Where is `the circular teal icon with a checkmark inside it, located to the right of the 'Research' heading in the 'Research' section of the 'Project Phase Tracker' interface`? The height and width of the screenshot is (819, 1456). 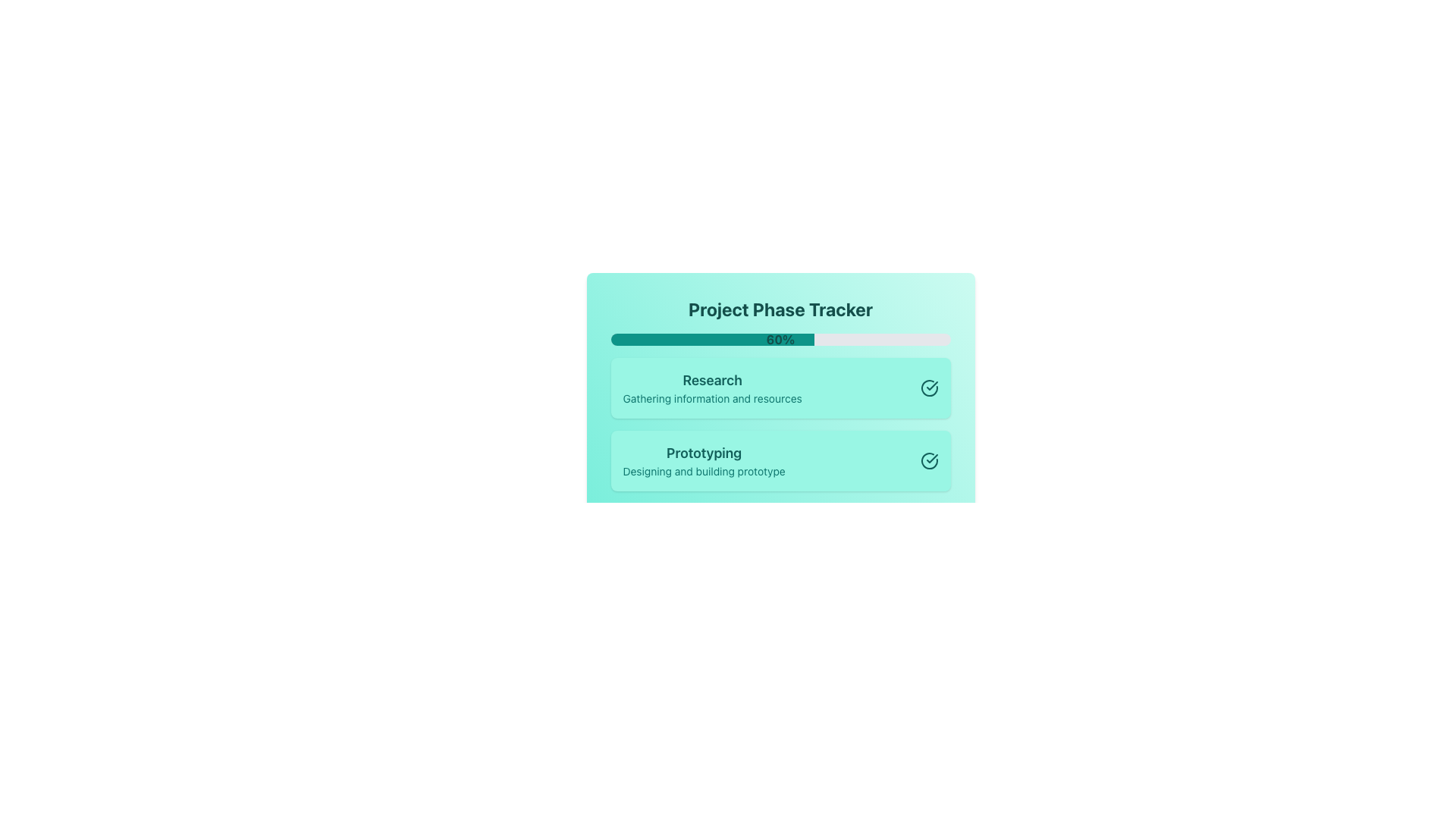
the circular teal icon with a checkmark inside it, located to the right of the 'Research' heading in the 'Research' section of the 'Project Phase Tracker' interface is located at coordinates (928, 388).